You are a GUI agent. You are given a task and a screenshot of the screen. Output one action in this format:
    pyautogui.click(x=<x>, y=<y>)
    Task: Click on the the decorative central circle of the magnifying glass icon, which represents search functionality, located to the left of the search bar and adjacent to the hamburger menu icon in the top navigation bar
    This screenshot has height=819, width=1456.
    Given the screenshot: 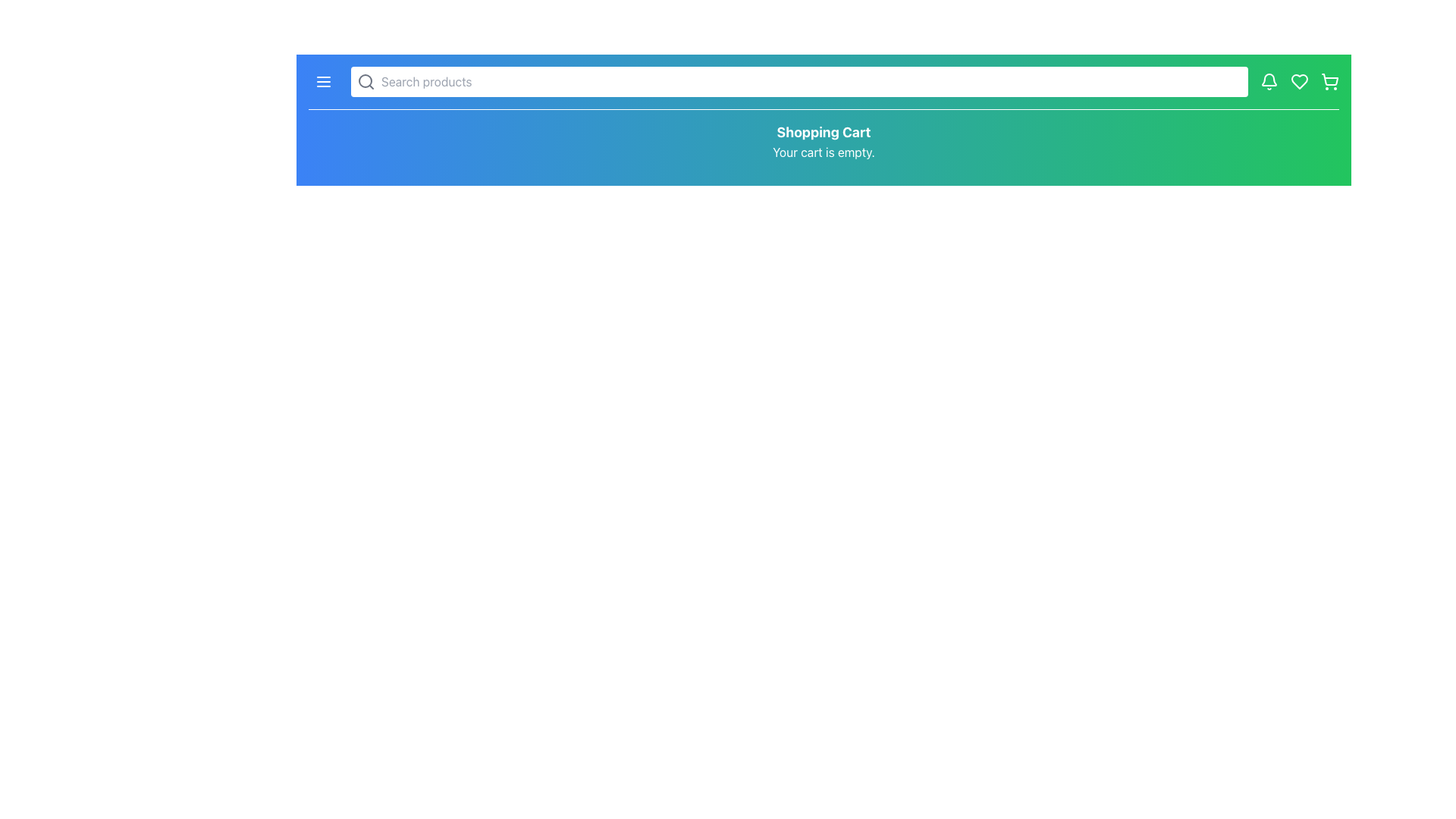 What is the action you would take?
    pyautogui.click(x=365, y=81)
    